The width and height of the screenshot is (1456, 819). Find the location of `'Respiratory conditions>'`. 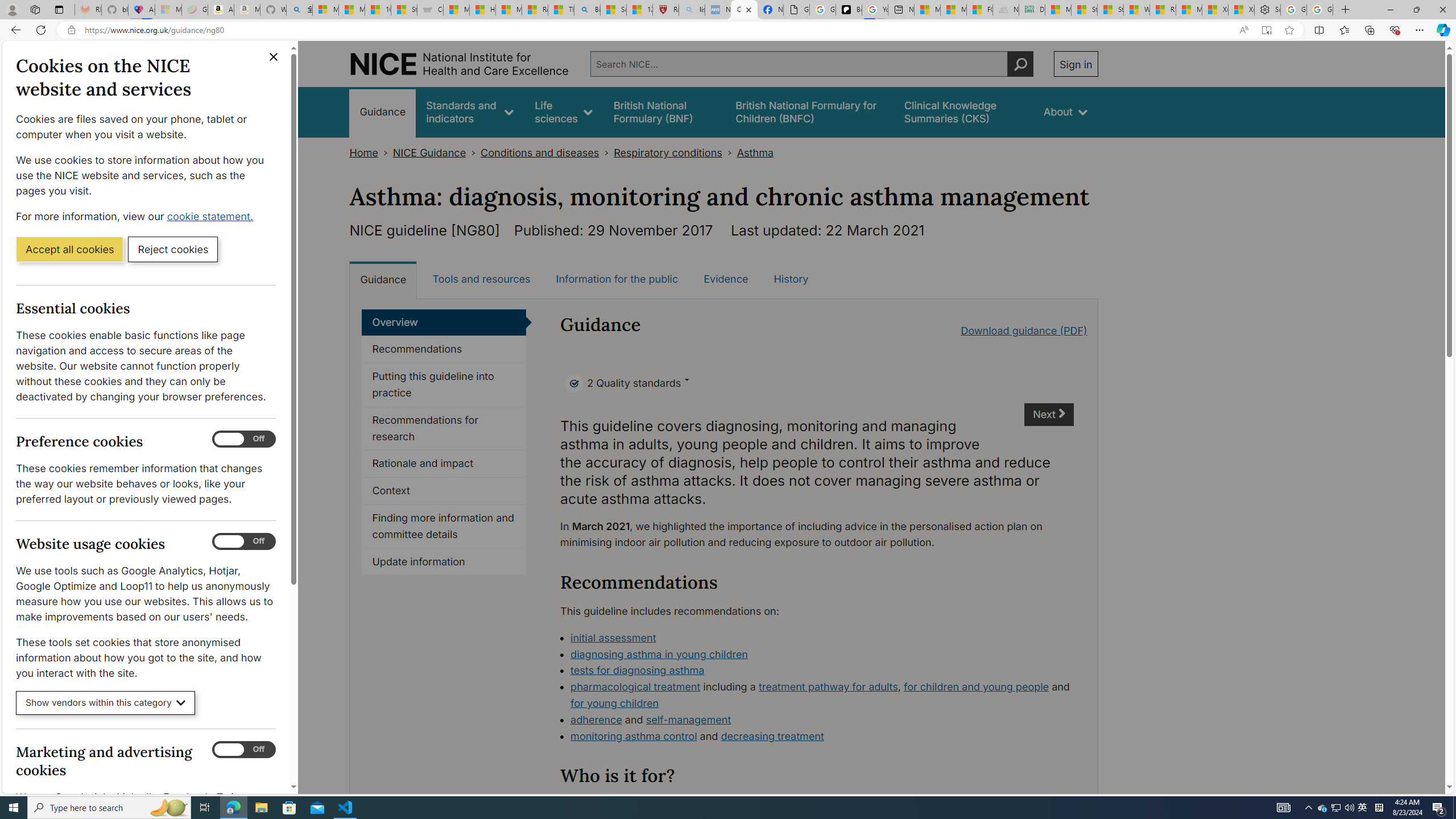

'Respiratory conditions>' is located at coordinates (675, 152).